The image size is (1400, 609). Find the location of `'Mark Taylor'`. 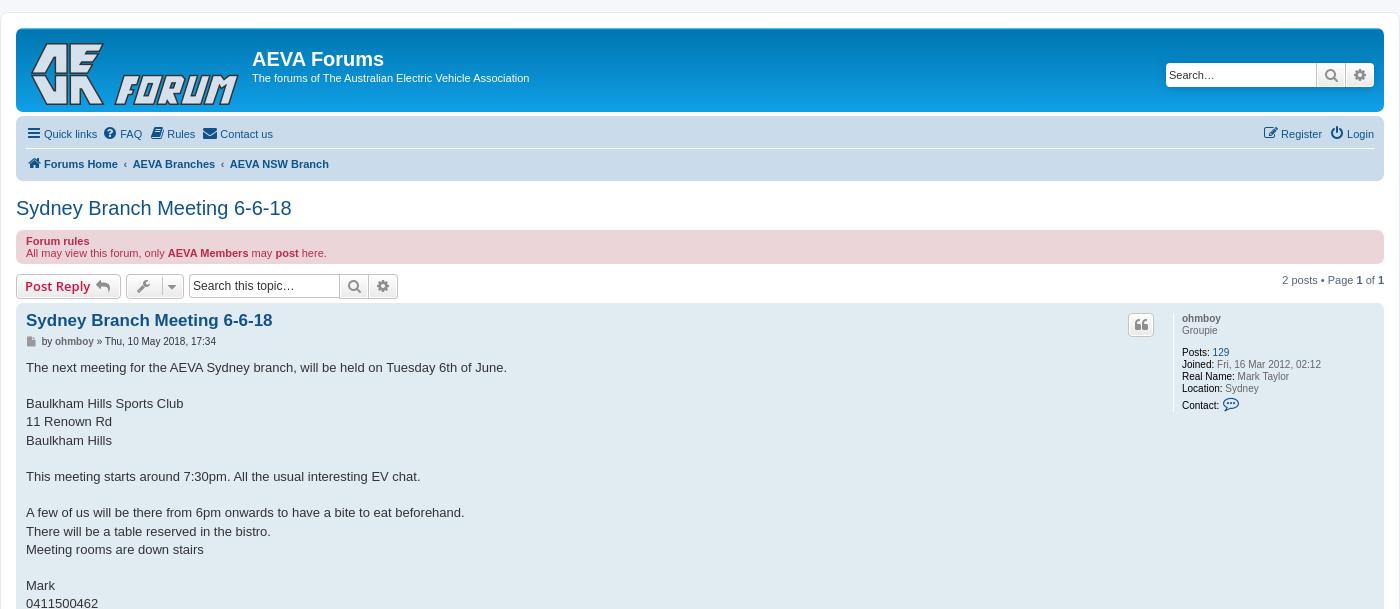

'Mark Taylor' is located at coordinates (1261, 375).